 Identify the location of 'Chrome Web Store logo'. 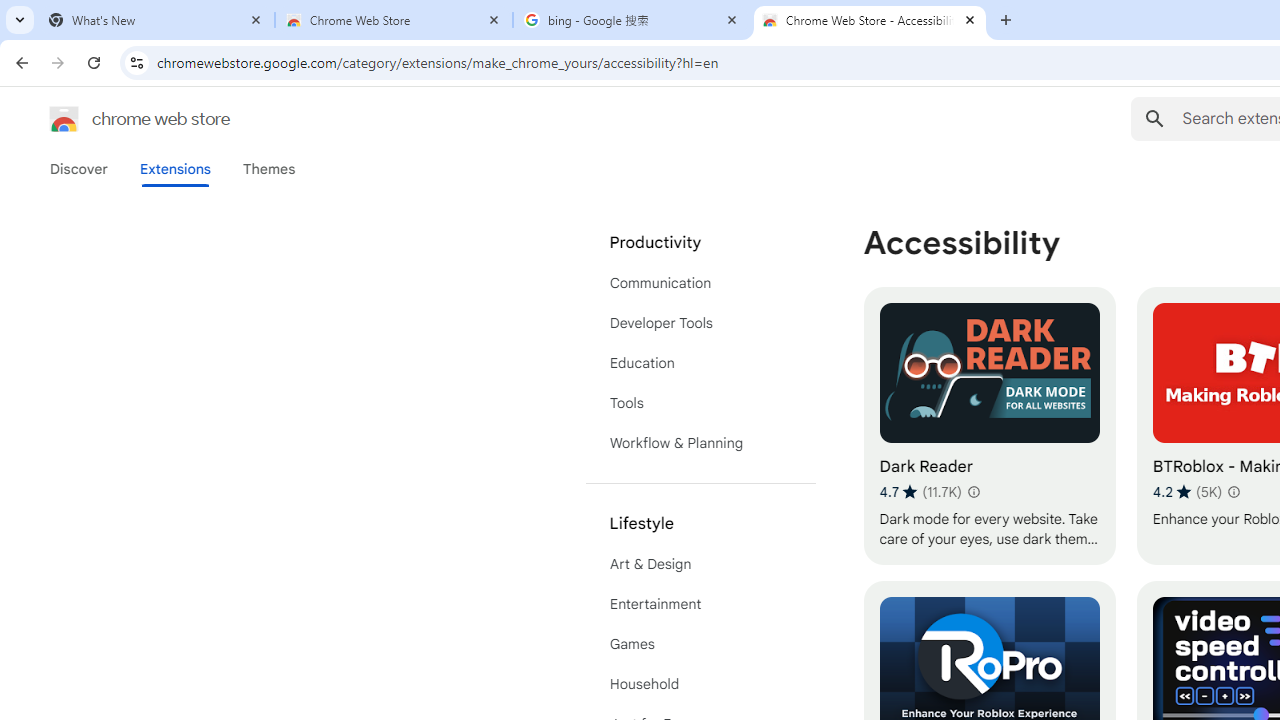
(64, 119).